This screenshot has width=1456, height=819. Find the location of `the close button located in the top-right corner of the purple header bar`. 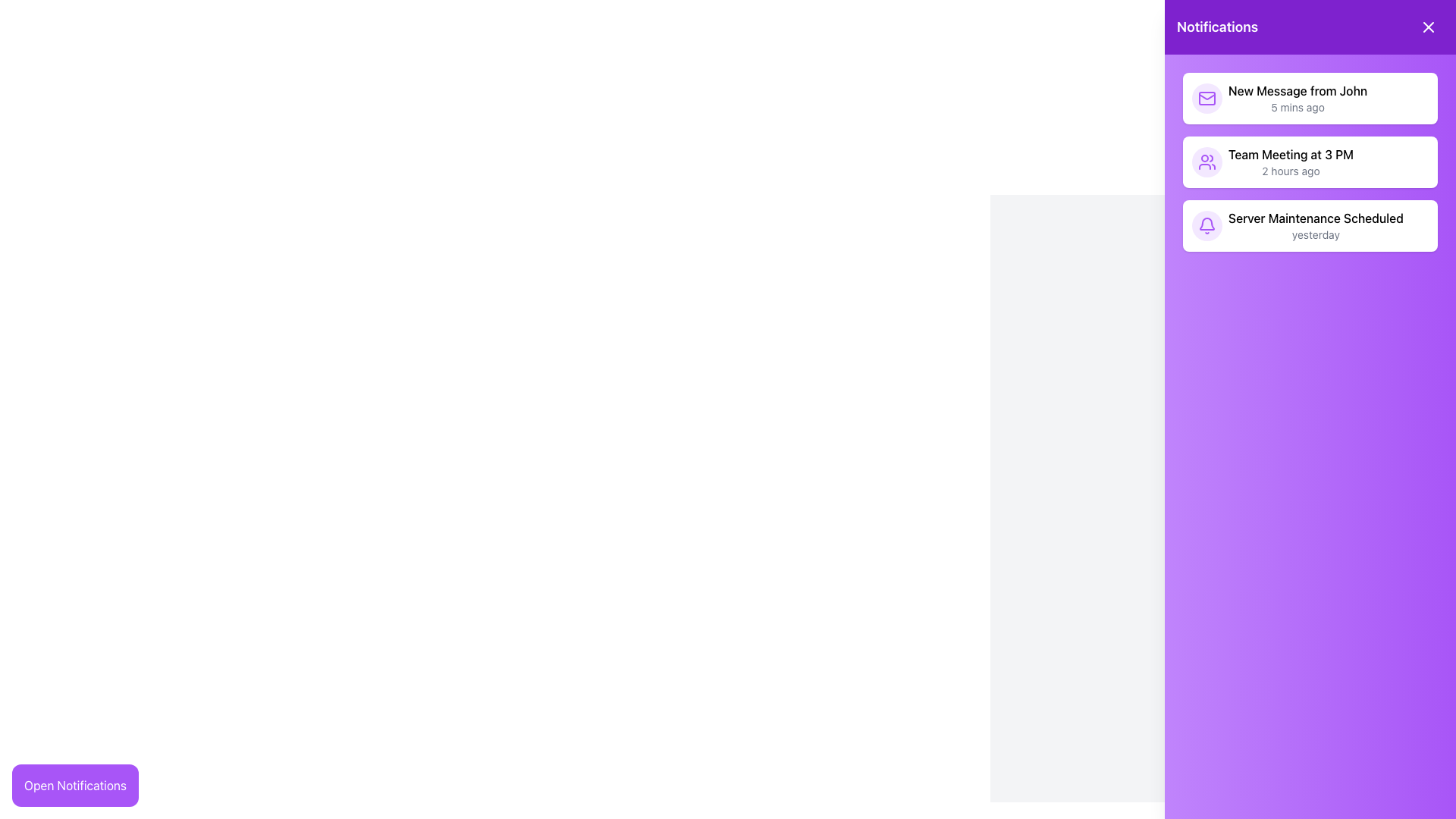

the close button located in the top-right corner of the purple header bar is located at coordinates (1427, 27).